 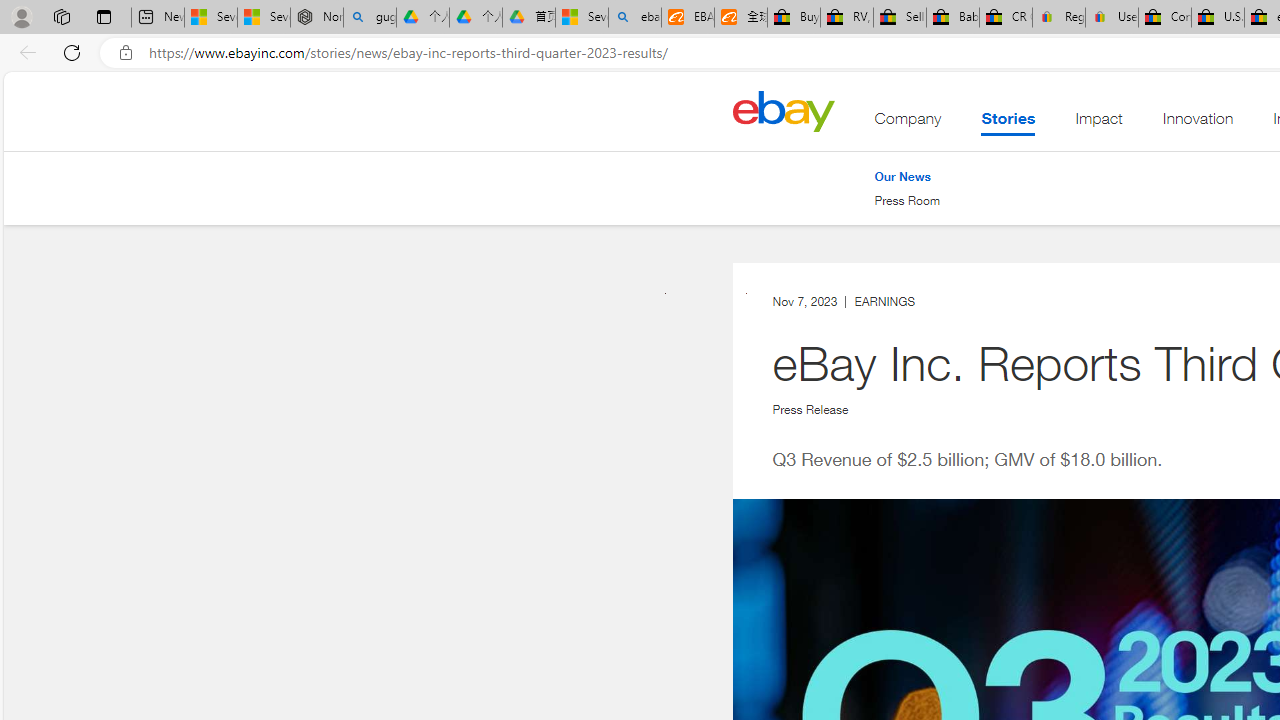 What do you see at coordinates (103, 16) in the screenshot?
I see `'Tab actions menu'` at bounding box center [103, 16].